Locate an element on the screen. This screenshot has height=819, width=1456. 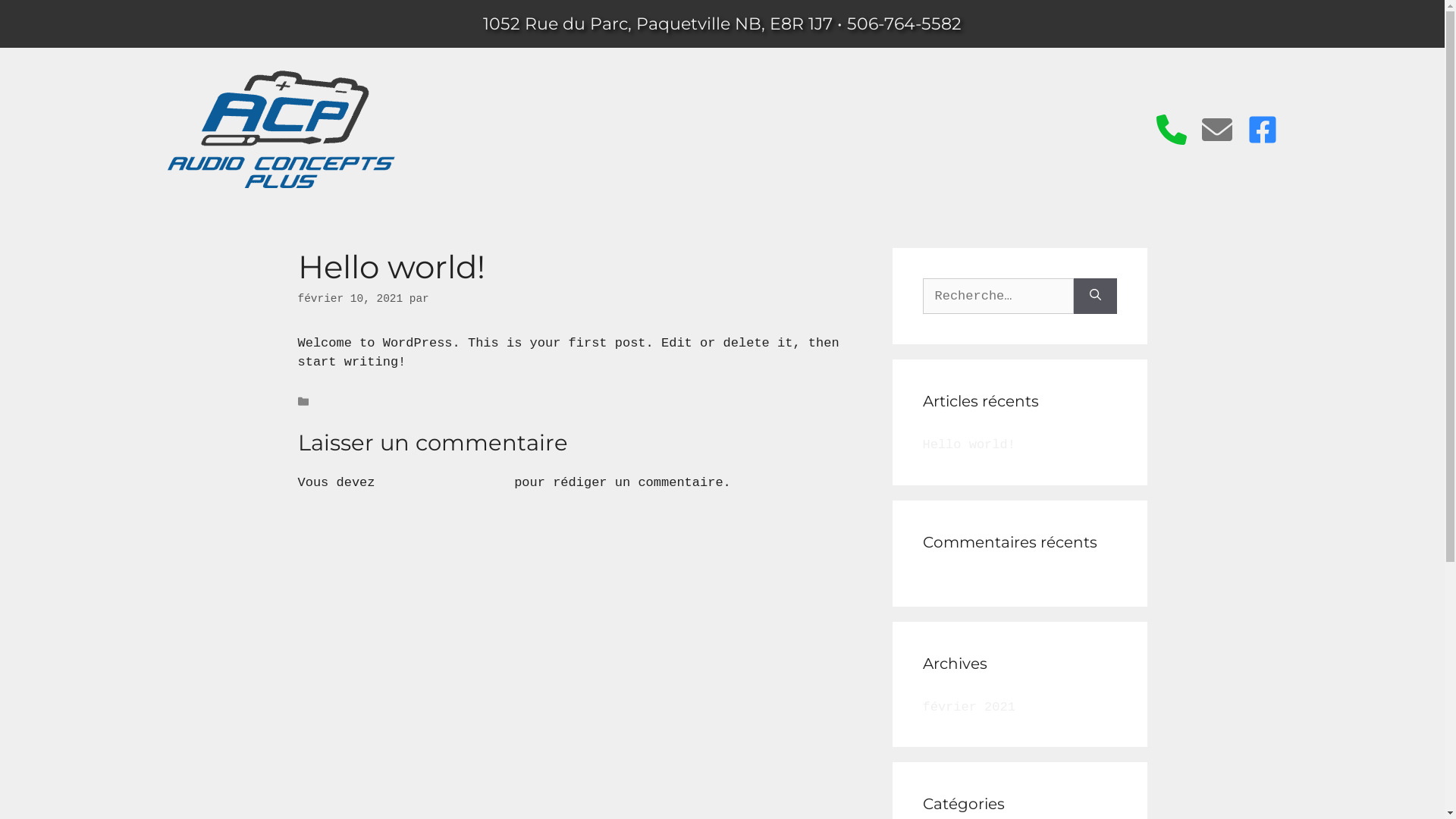
'Hello world!' is located at coordinates (967, 444).